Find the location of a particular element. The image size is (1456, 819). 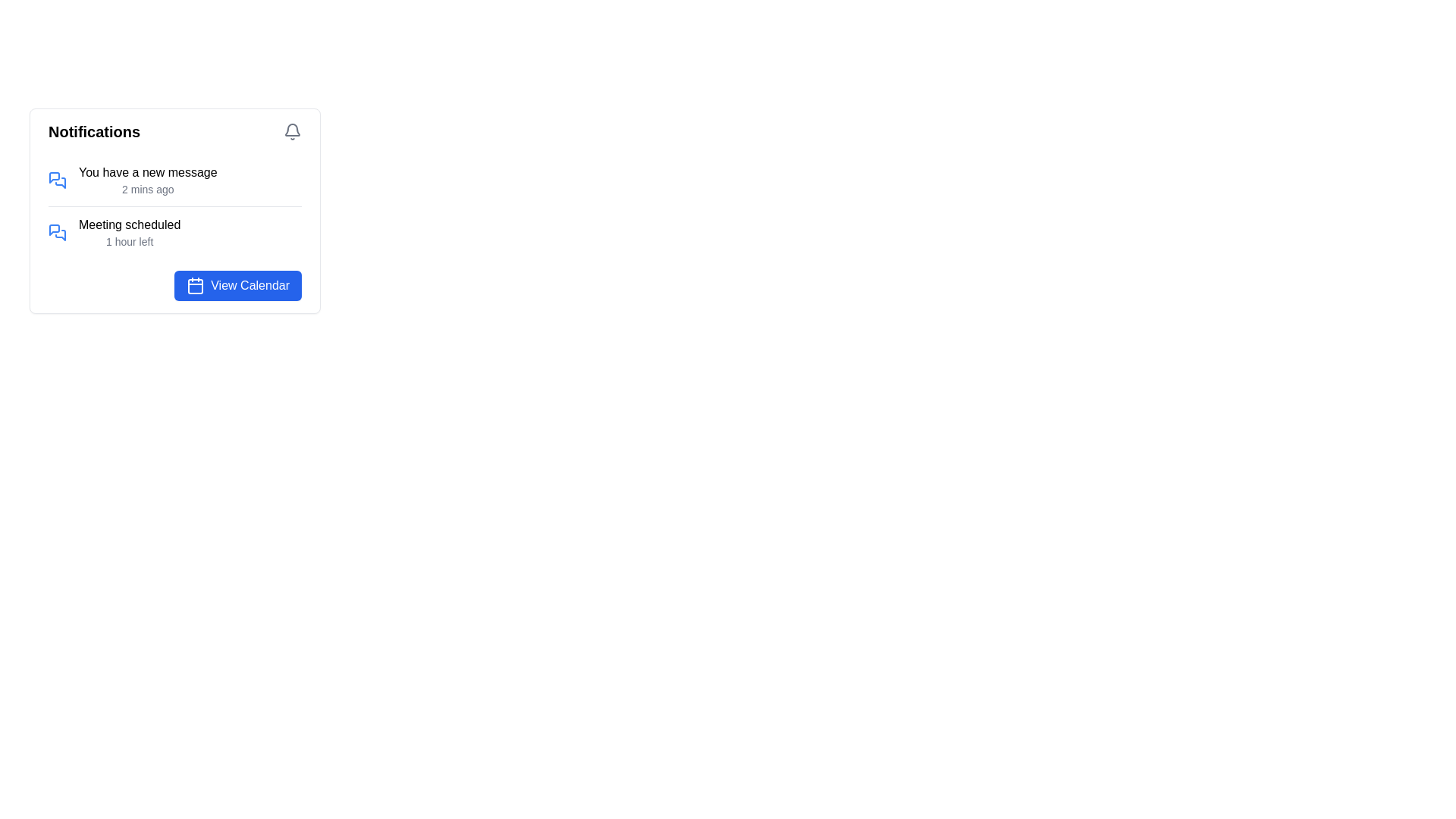

text from the notification panel that says 'Meeting scheduled' and '1 hour left', which is the second notification in the list is located at coordinates (130, 233).